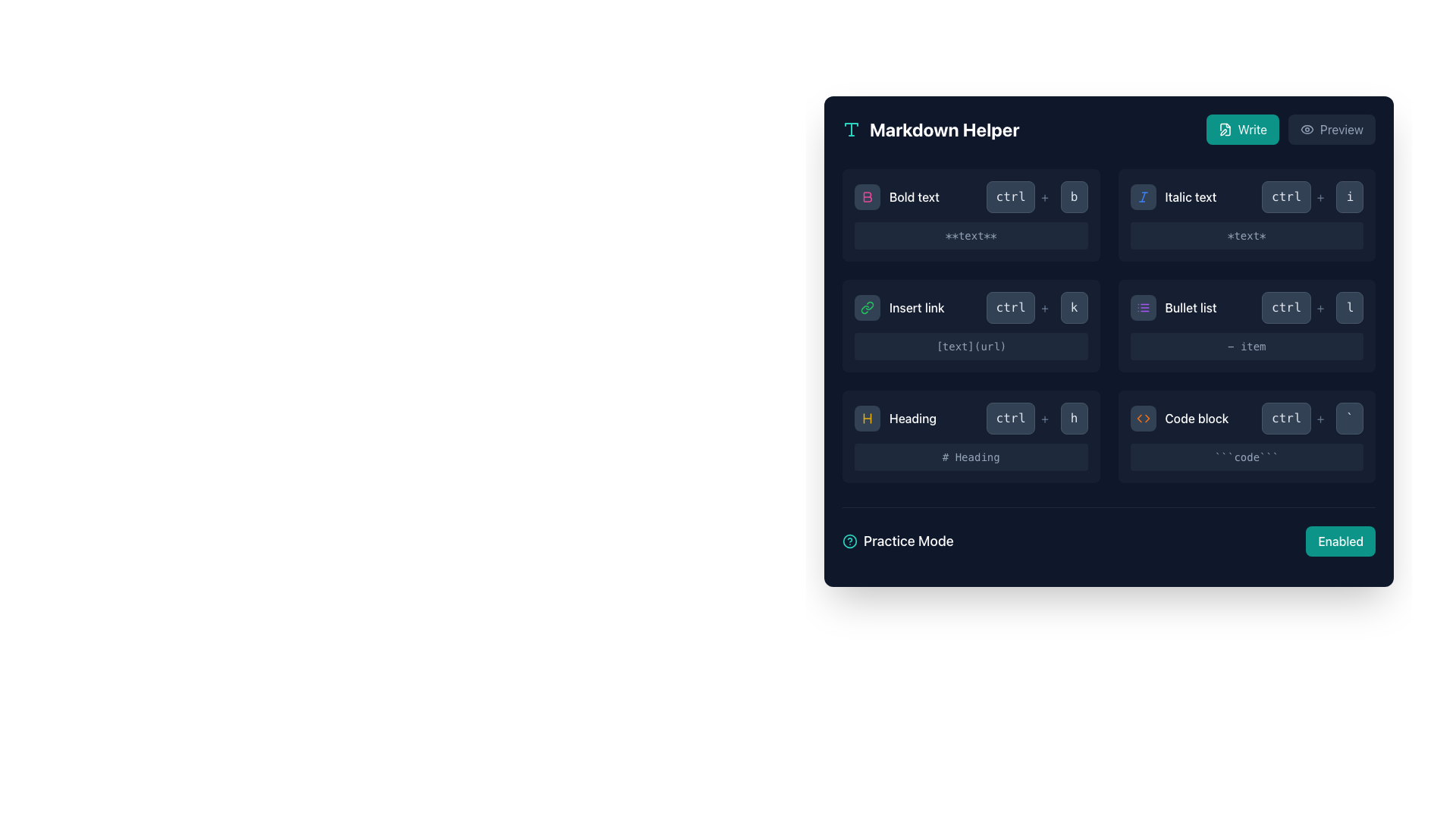 This screenshot has height=819, width=1456. What do you see at coordinates (896, 196) in the screenshot?
I see `the label with bold-styled text 'Bold text' and the pink 'B' icon, which is located in the top left sector of the interface, next to the 'ctrl + b' combination indicator` at bounding box center [896, 196].